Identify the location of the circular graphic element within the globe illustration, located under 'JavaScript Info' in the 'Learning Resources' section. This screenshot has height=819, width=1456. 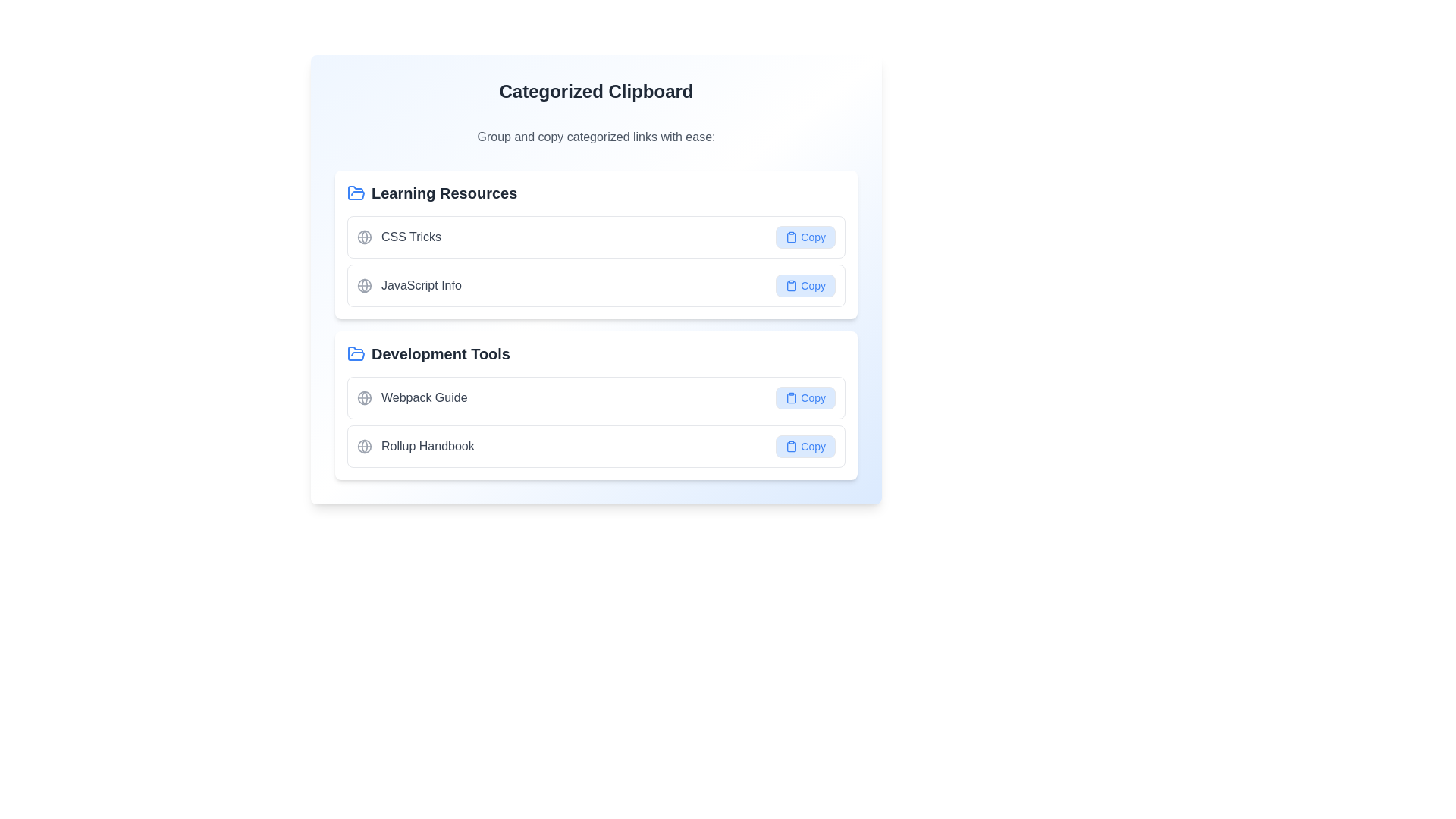
(364, 286).